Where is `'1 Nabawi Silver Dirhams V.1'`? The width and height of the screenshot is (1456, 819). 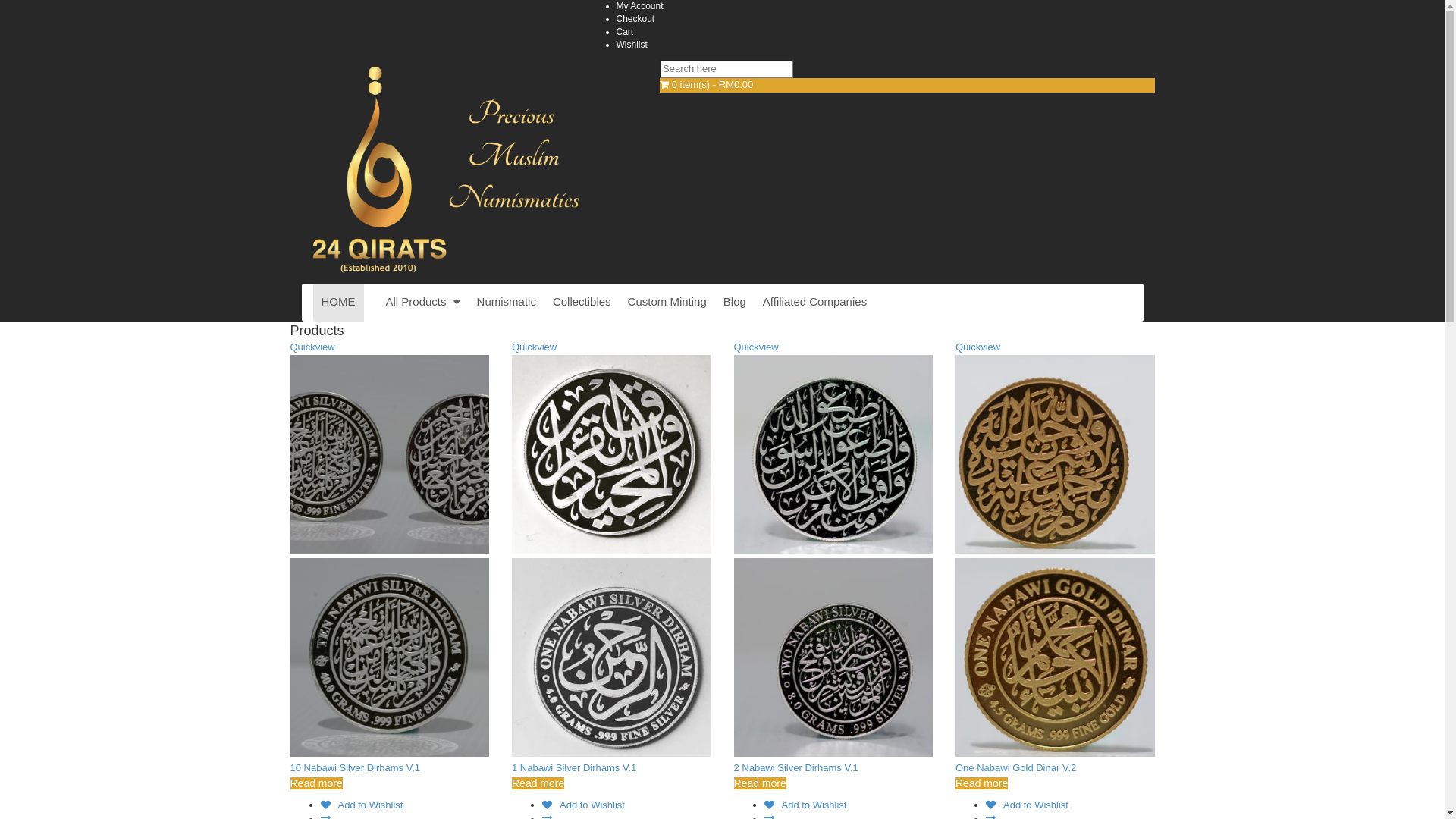 '1 Nabawi Silver Dirhams V.1' is located at coordinates (573, 767).